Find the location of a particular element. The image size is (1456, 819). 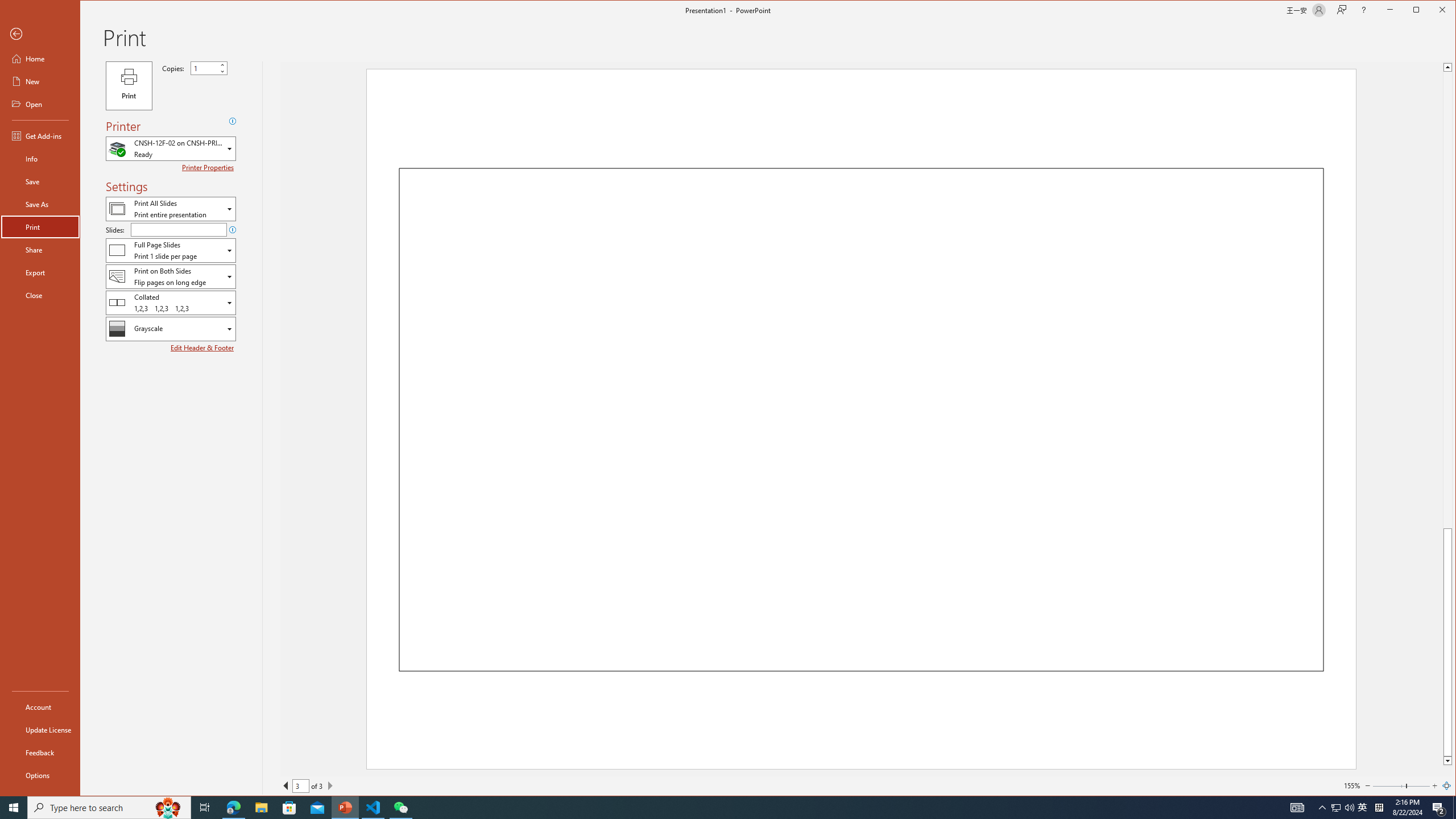

'Current Page' is located at coordinates (300, 785).